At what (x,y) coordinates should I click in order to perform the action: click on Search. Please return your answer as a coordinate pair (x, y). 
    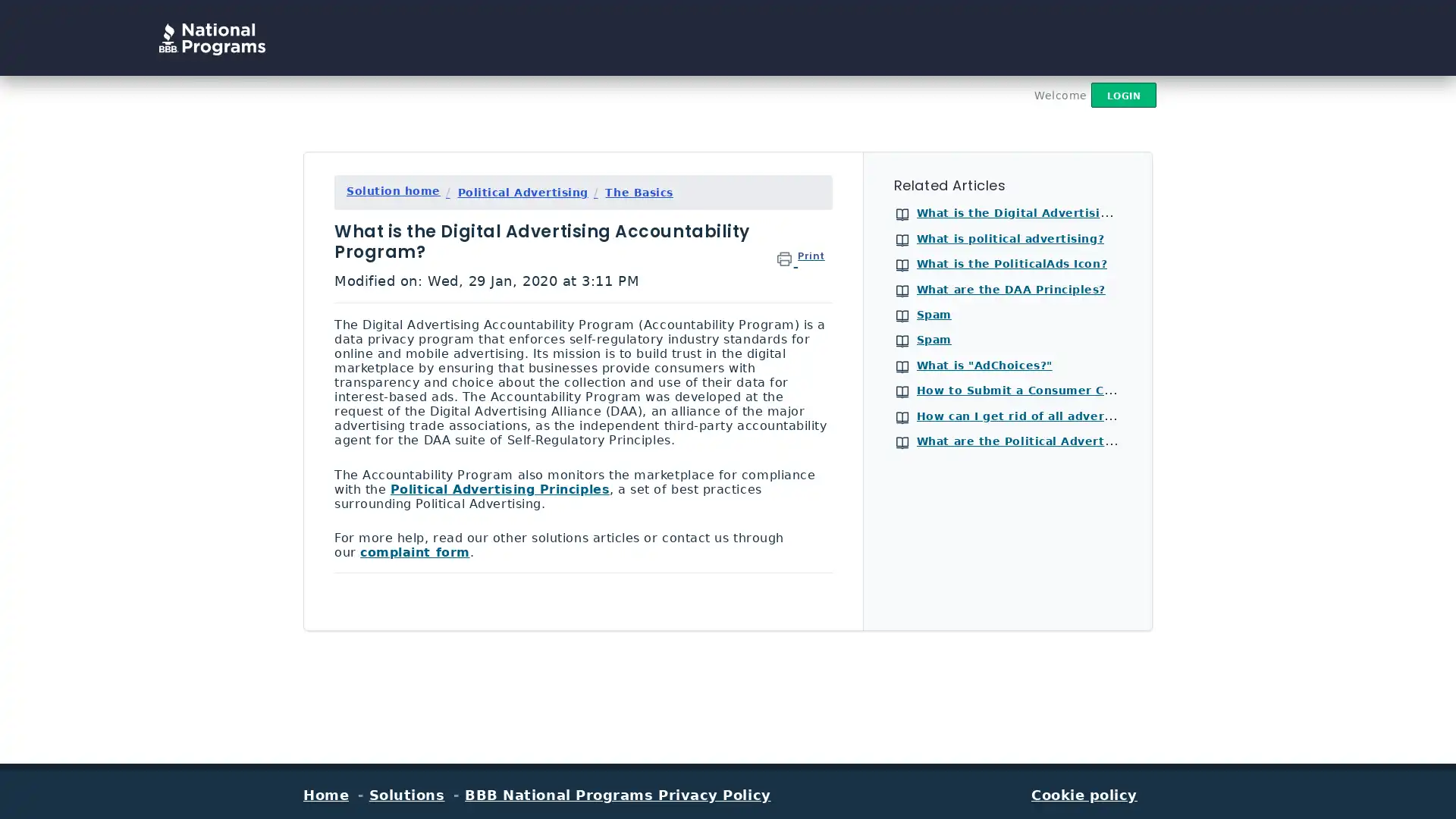
    Looking at the image, I should click on (334, 57).